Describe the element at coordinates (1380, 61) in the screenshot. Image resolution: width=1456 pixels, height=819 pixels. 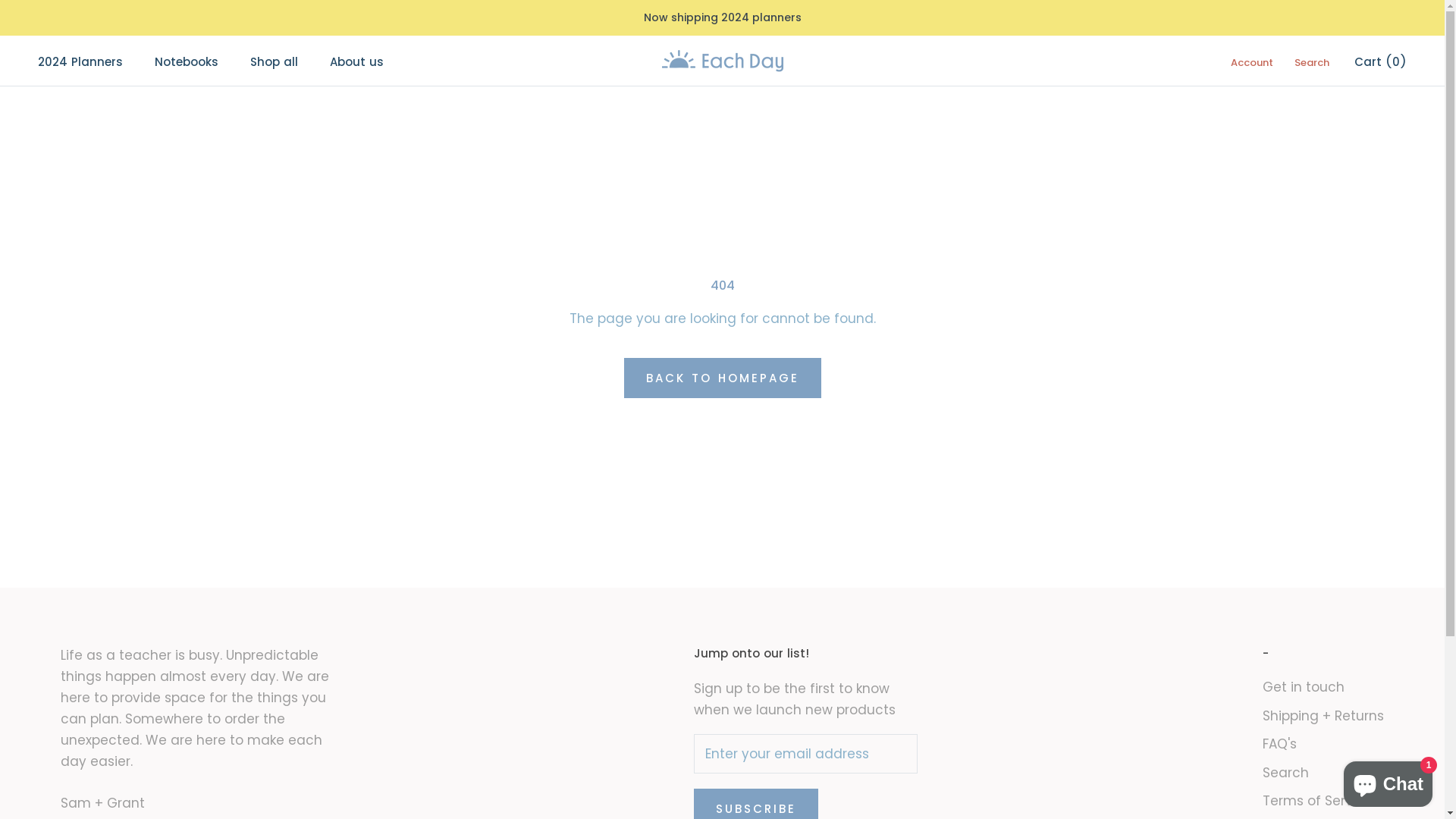
I see `'Cart (0)'` at that location.